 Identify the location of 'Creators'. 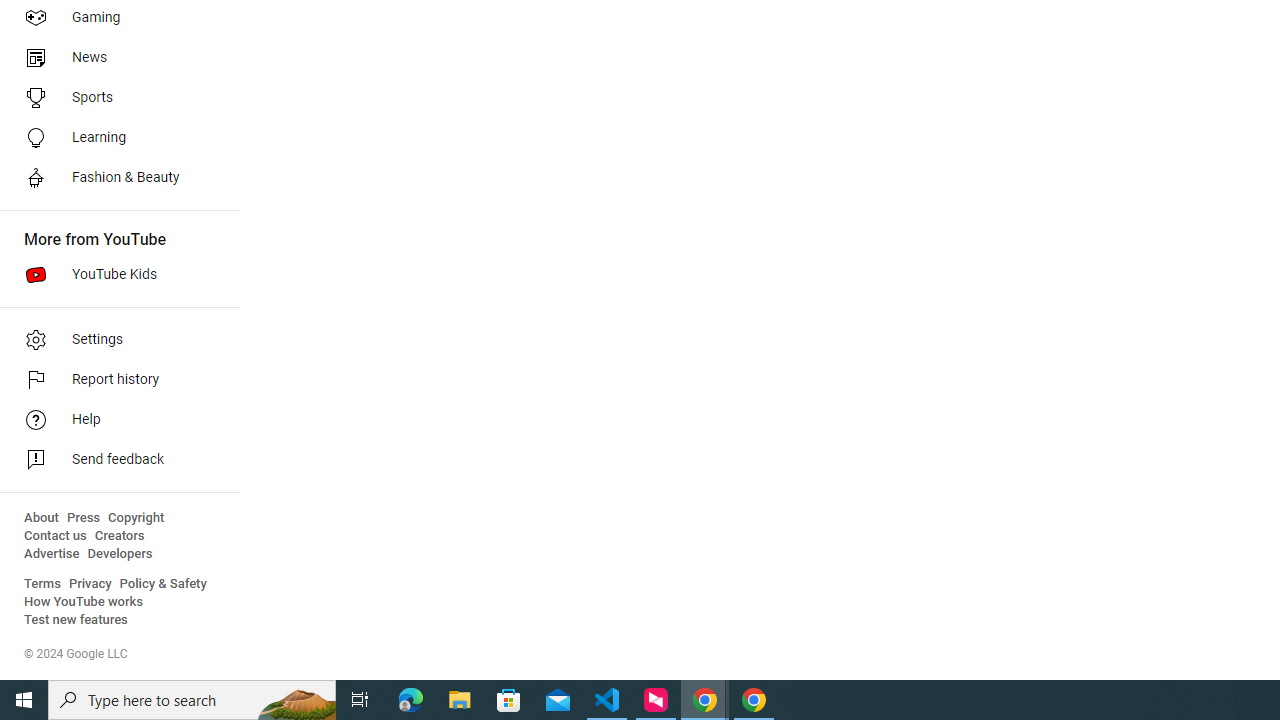
(118, 535).